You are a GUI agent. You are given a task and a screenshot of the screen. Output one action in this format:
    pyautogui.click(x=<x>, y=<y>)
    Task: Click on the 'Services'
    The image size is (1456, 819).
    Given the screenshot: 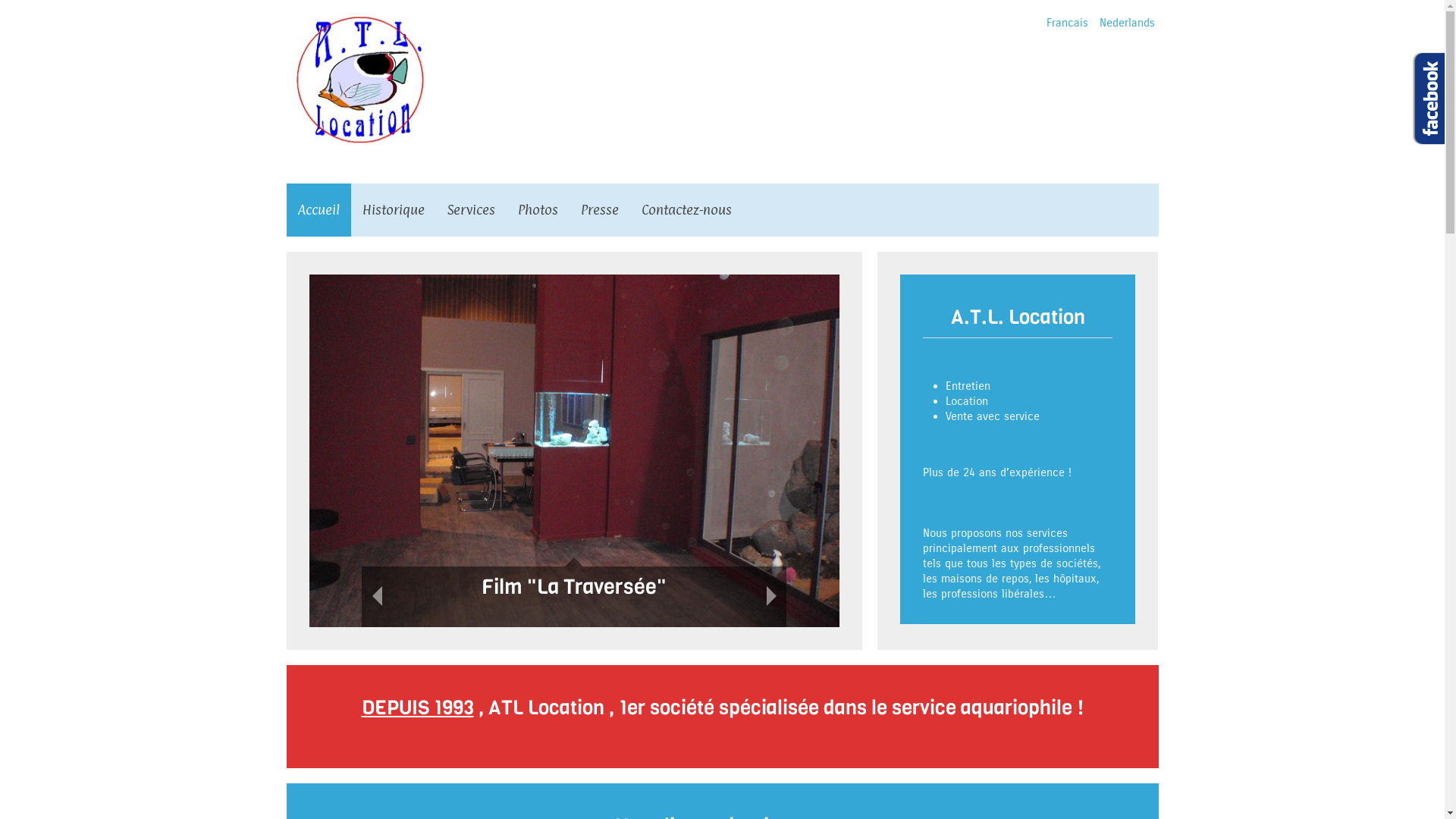 What is the action you would take?
    pyautogui.click(x=469, y=210)
    